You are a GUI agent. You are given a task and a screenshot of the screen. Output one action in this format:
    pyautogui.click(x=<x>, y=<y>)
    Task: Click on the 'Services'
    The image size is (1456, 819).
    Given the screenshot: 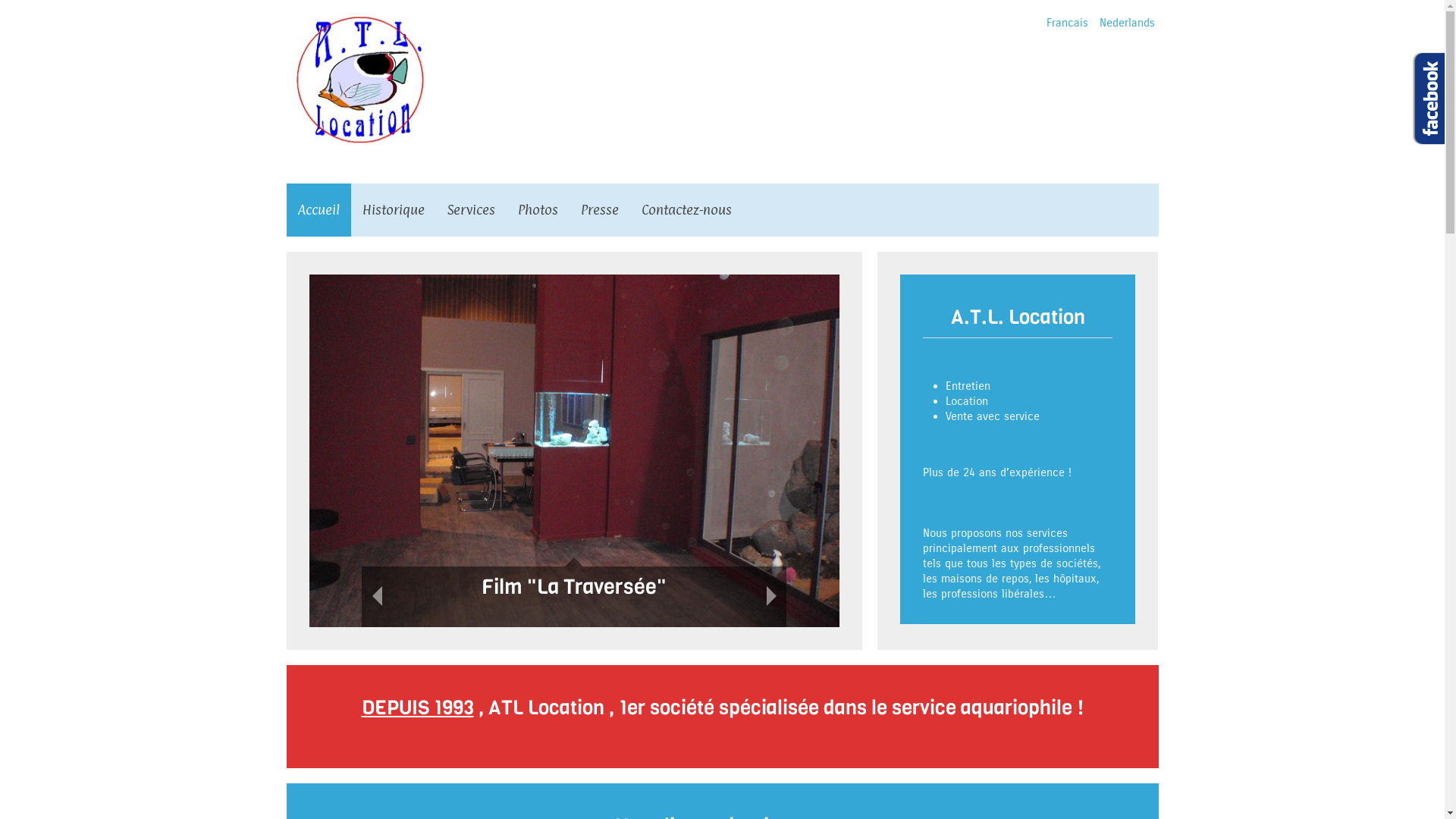 What is the action you would take?
    pyautogui.click(x=469, y=210)
    